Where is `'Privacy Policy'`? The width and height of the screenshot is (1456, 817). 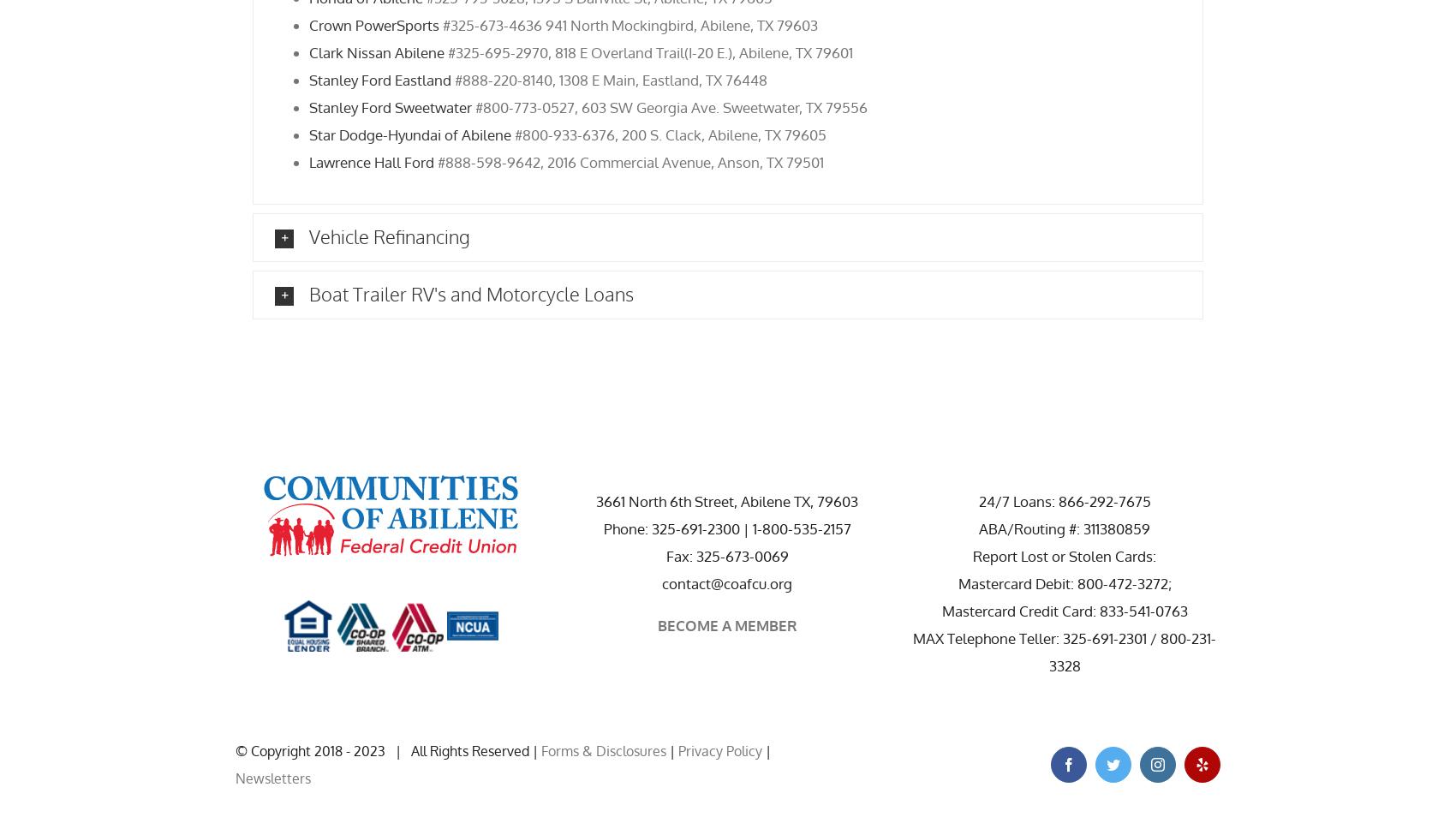 'Privacy Policy' is located at coordinates (719, 749).